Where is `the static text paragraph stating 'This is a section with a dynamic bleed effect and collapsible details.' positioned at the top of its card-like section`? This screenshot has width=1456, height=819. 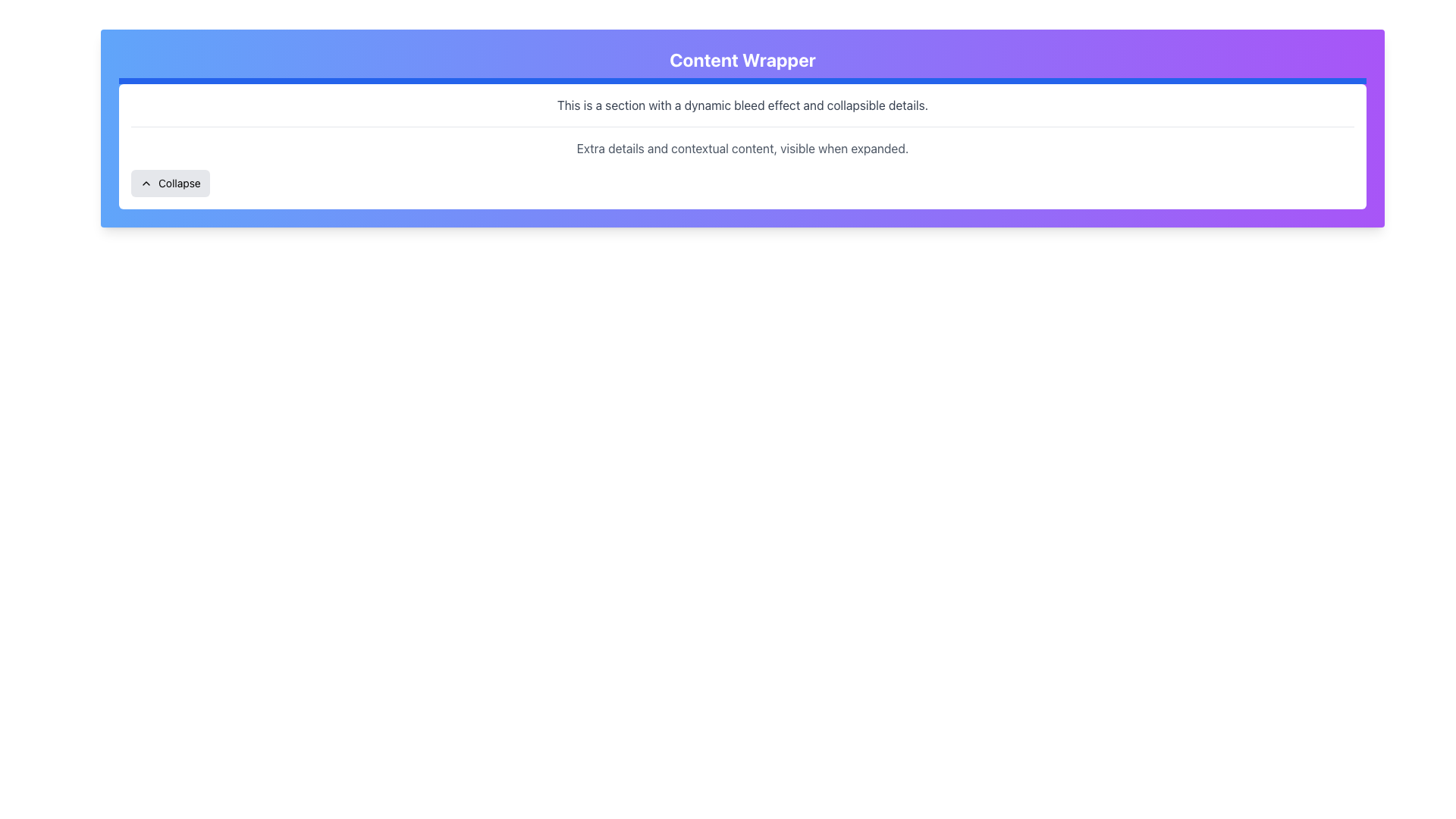 the static text paragraph stating 'This is a section with a dynamic bleed effect and collapsible details.' positioned at the top of its card-like section is located at coordinates (742, 104).